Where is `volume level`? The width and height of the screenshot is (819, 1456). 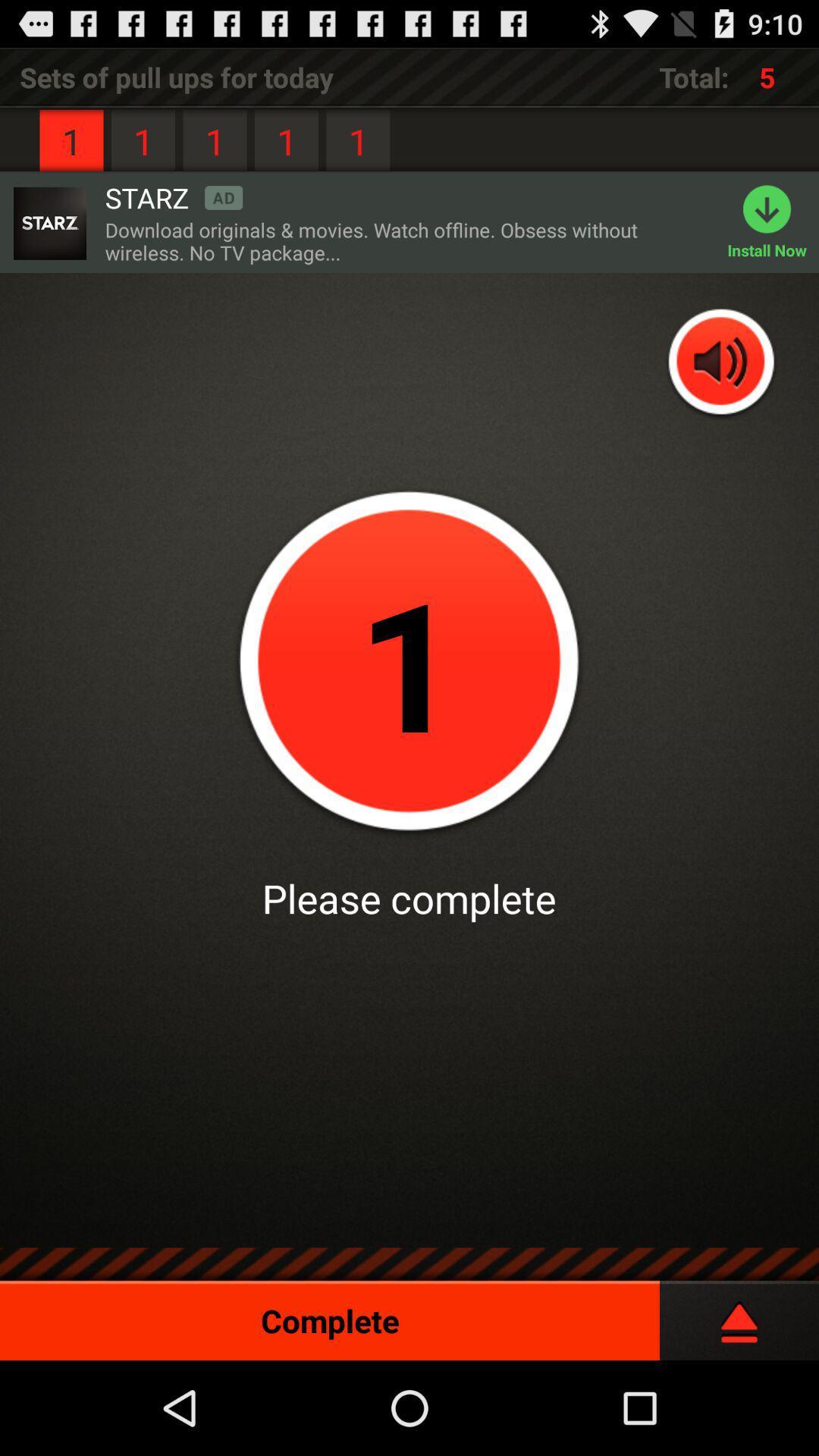 volume level is located at coordinates (721, 362).